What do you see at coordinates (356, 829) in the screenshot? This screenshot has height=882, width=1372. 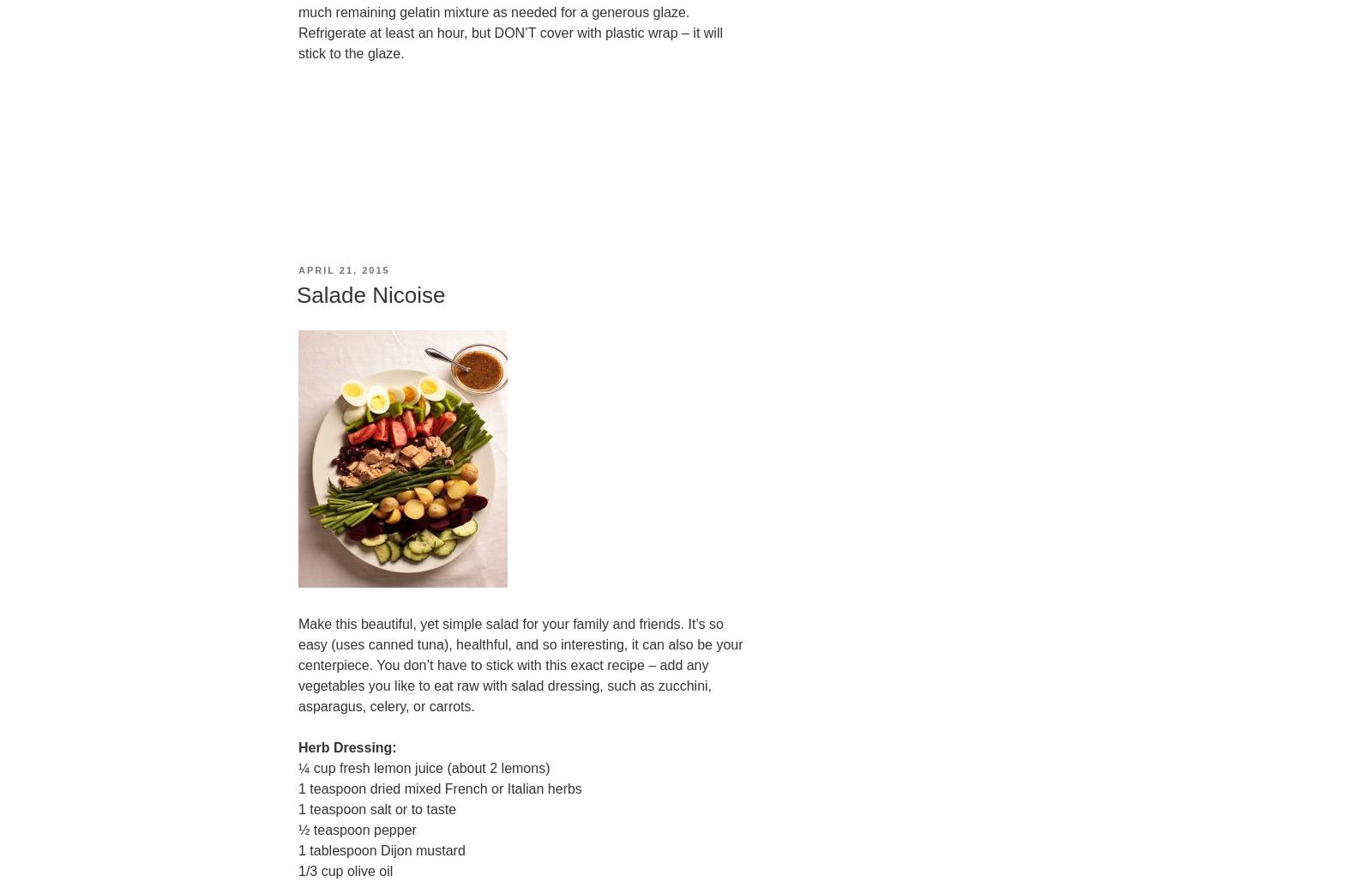 I see `'½ teaspoon pepper'` at bounding box center [356, 829].